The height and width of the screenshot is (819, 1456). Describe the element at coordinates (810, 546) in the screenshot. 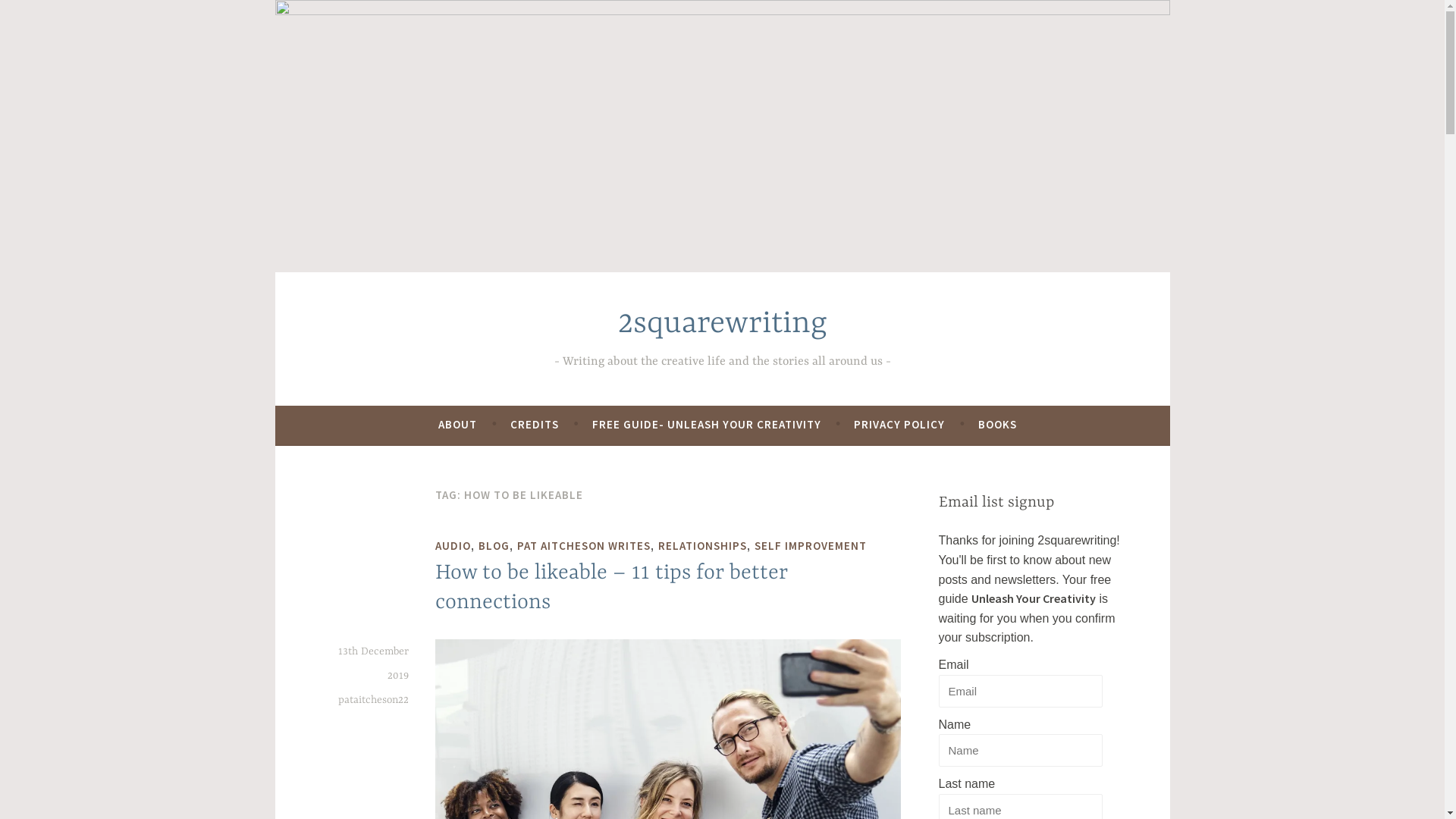

I see `'SELF IMPROVEMENT'` at that location.